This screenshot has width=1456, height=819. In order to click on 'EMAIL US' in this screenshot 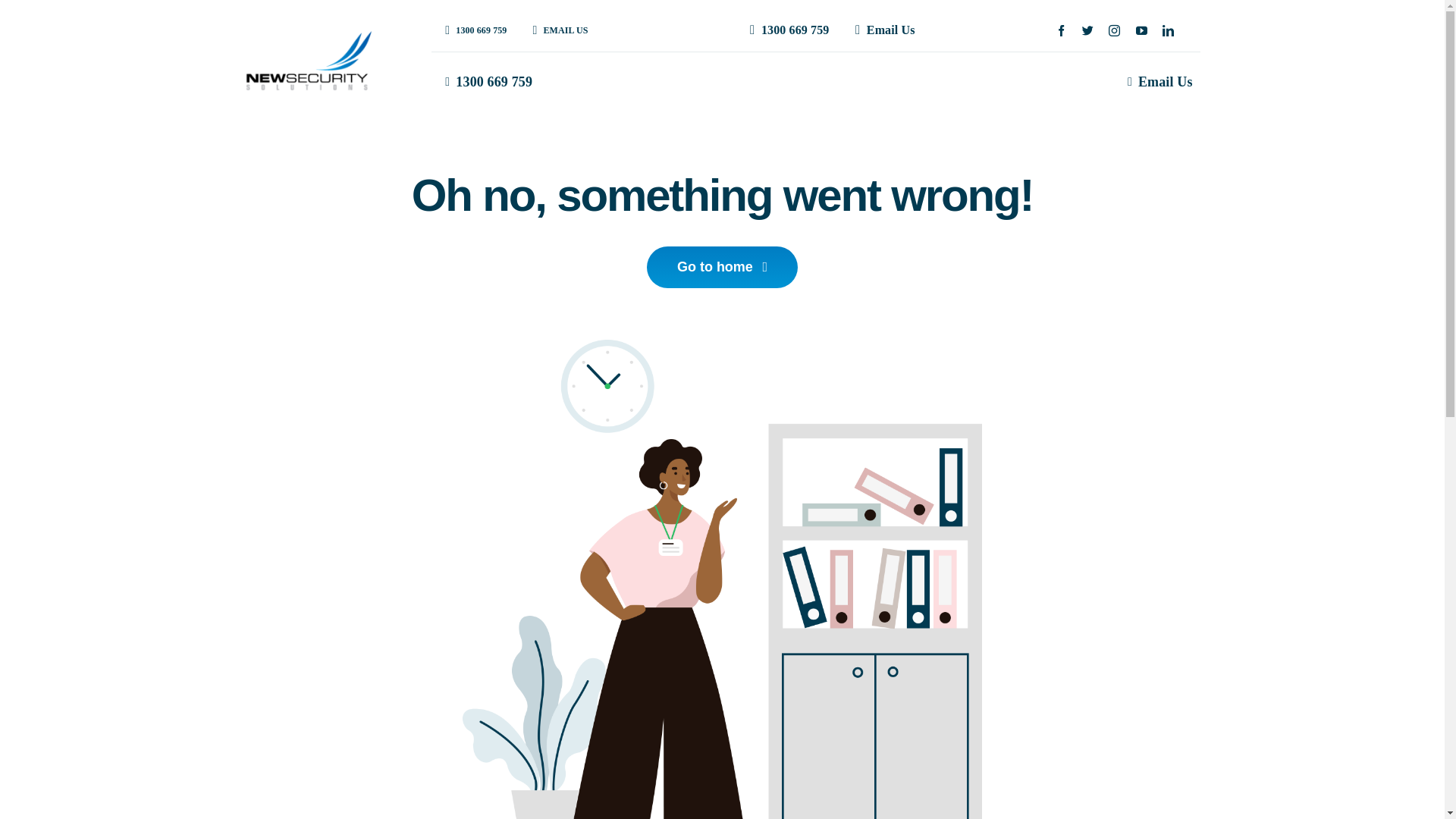, I will do `click(519, 30)`.